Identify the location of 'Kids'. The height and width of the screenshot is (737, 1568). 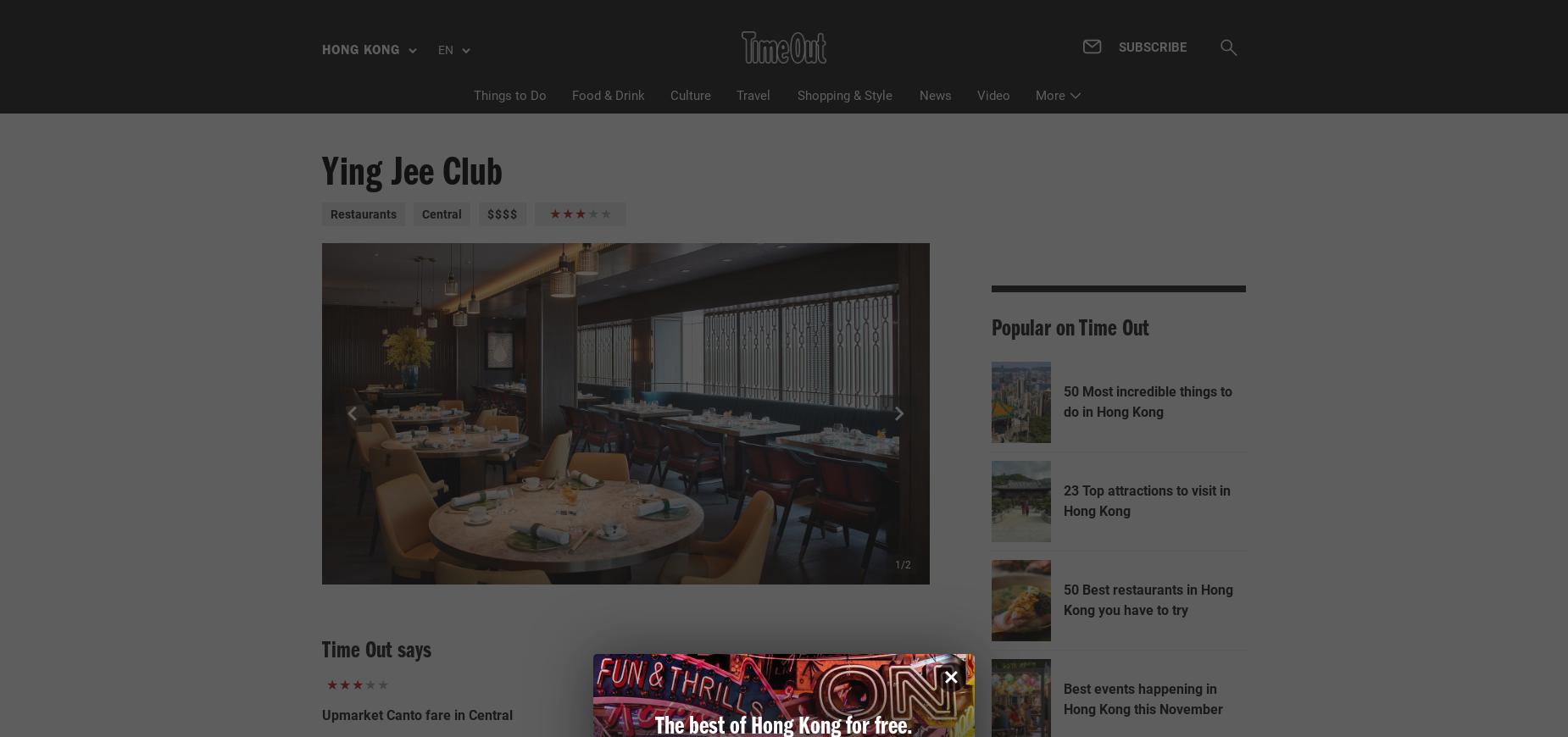
(956, 219).